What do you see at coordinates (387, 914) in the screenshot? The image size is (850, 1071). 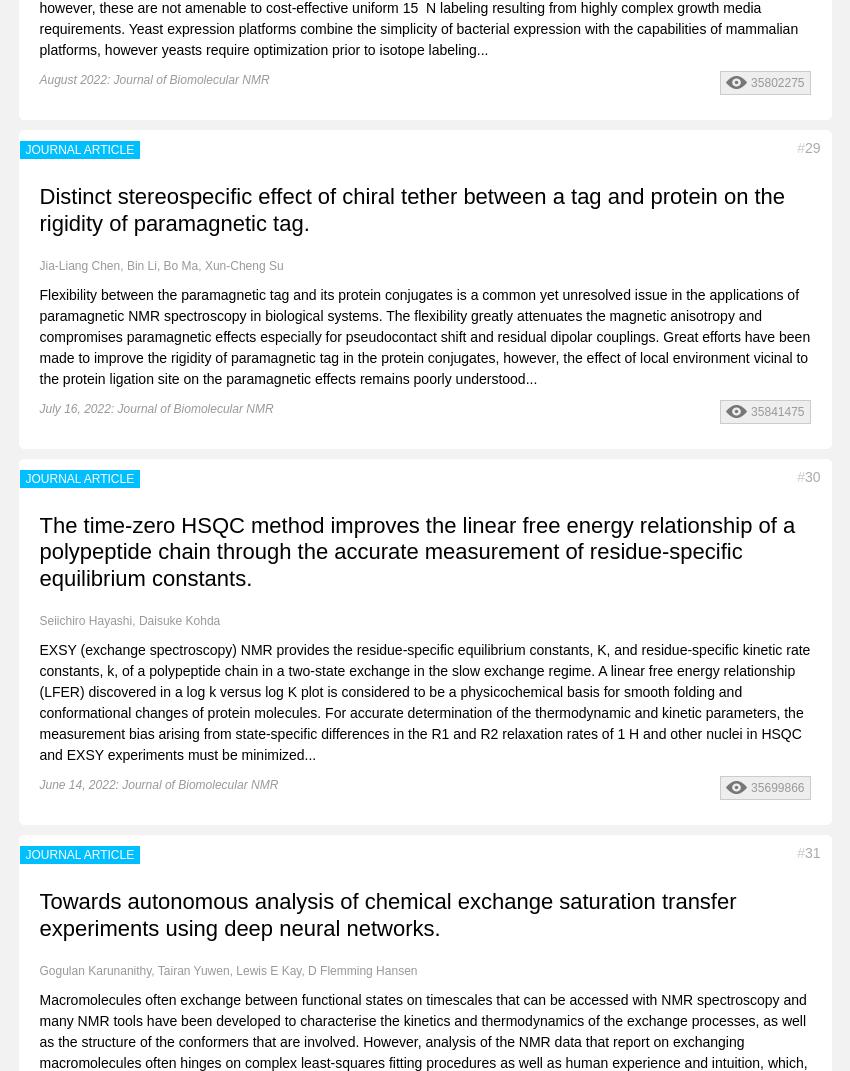 I see `'Towards autonomous analysis of chemical exchange saturation transfer experiments using deep neural networks.'` at bounding box center [387, 914].